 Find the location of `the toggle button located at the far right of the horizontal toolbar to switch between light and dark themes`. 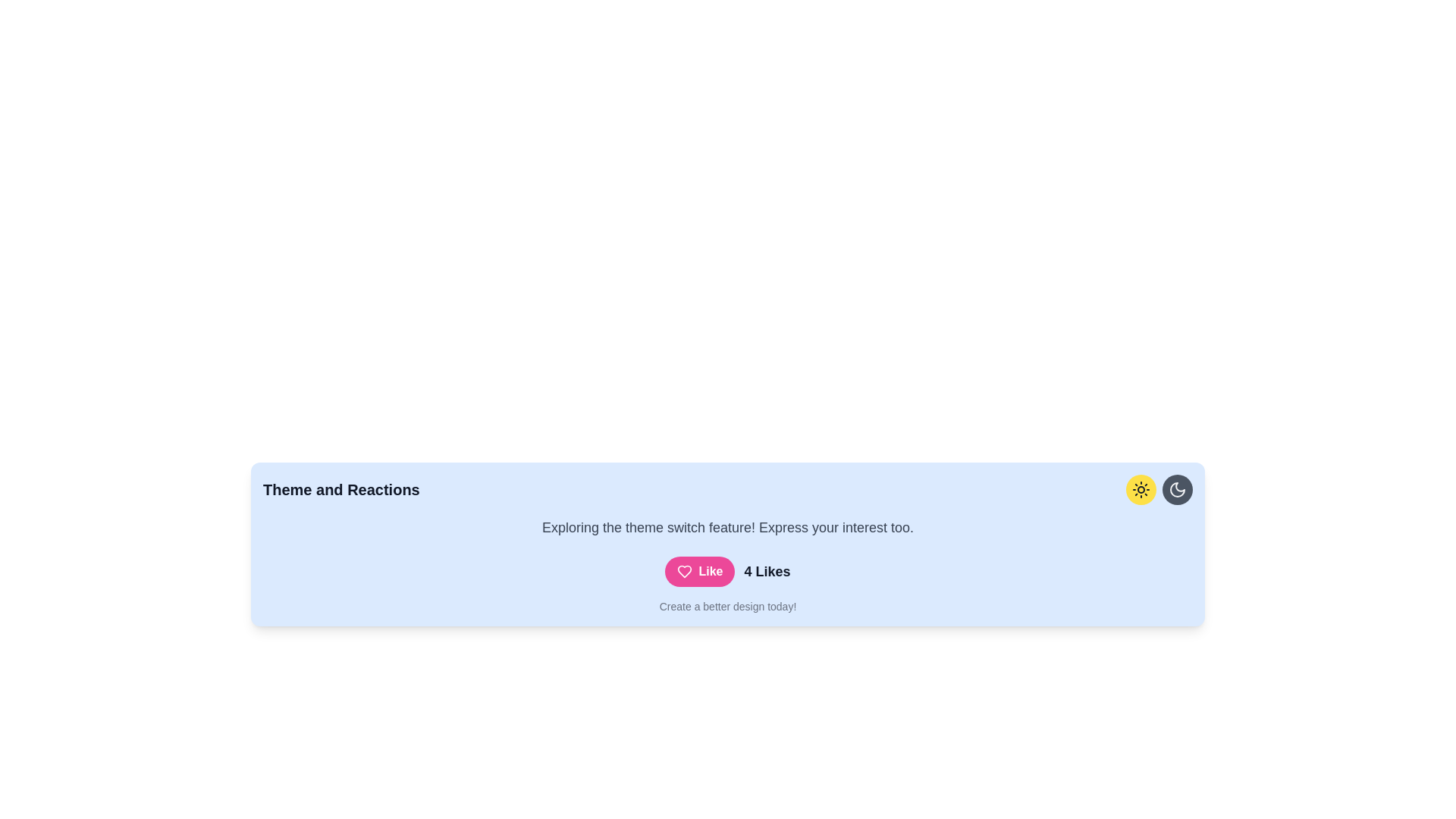

the toggle button located at the far right of the horizontal toolbar to switch between light and dark themes is located at coordinates (1177, 489).